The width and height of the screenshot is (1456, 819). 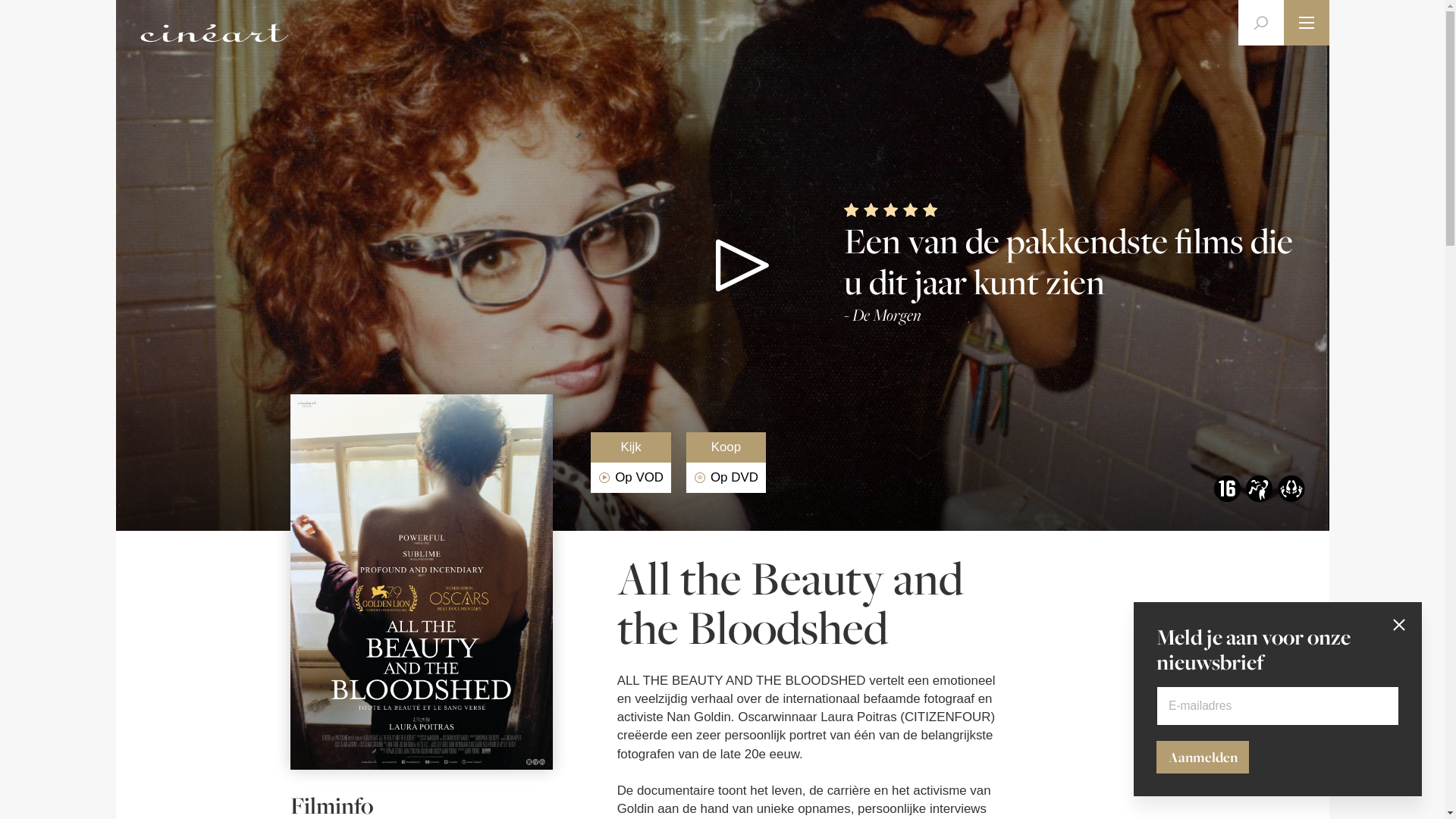 I want to click on 'Aanmelden', so click(x=1201, y=757).